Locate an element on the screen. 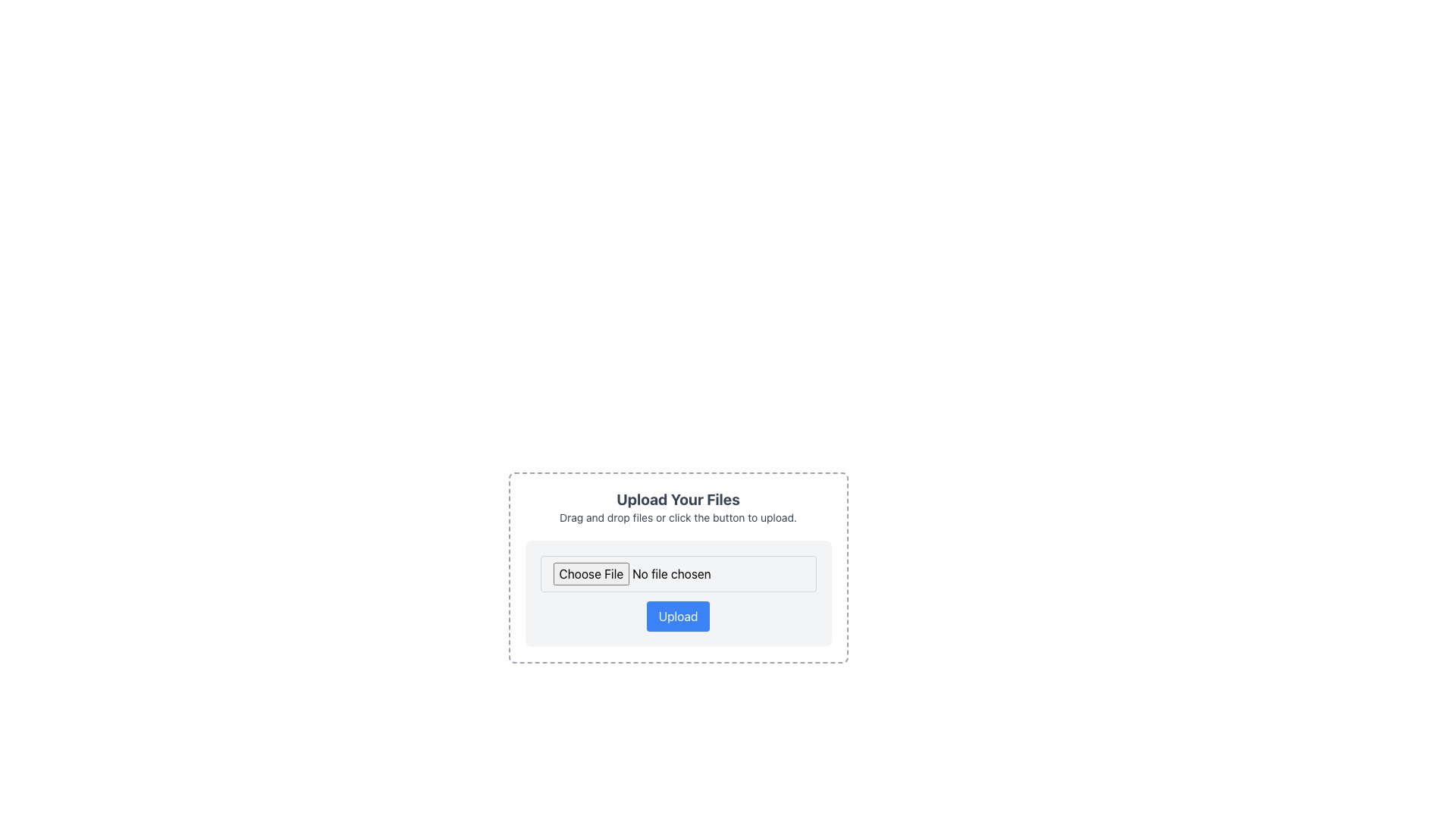 This screenshot has height=819, width=1456. the submission button located at the bottom-center of the form, aligned horizontally with the file input field, to initiate the file upload process after a file is selected is located at coordinates (677, 617).